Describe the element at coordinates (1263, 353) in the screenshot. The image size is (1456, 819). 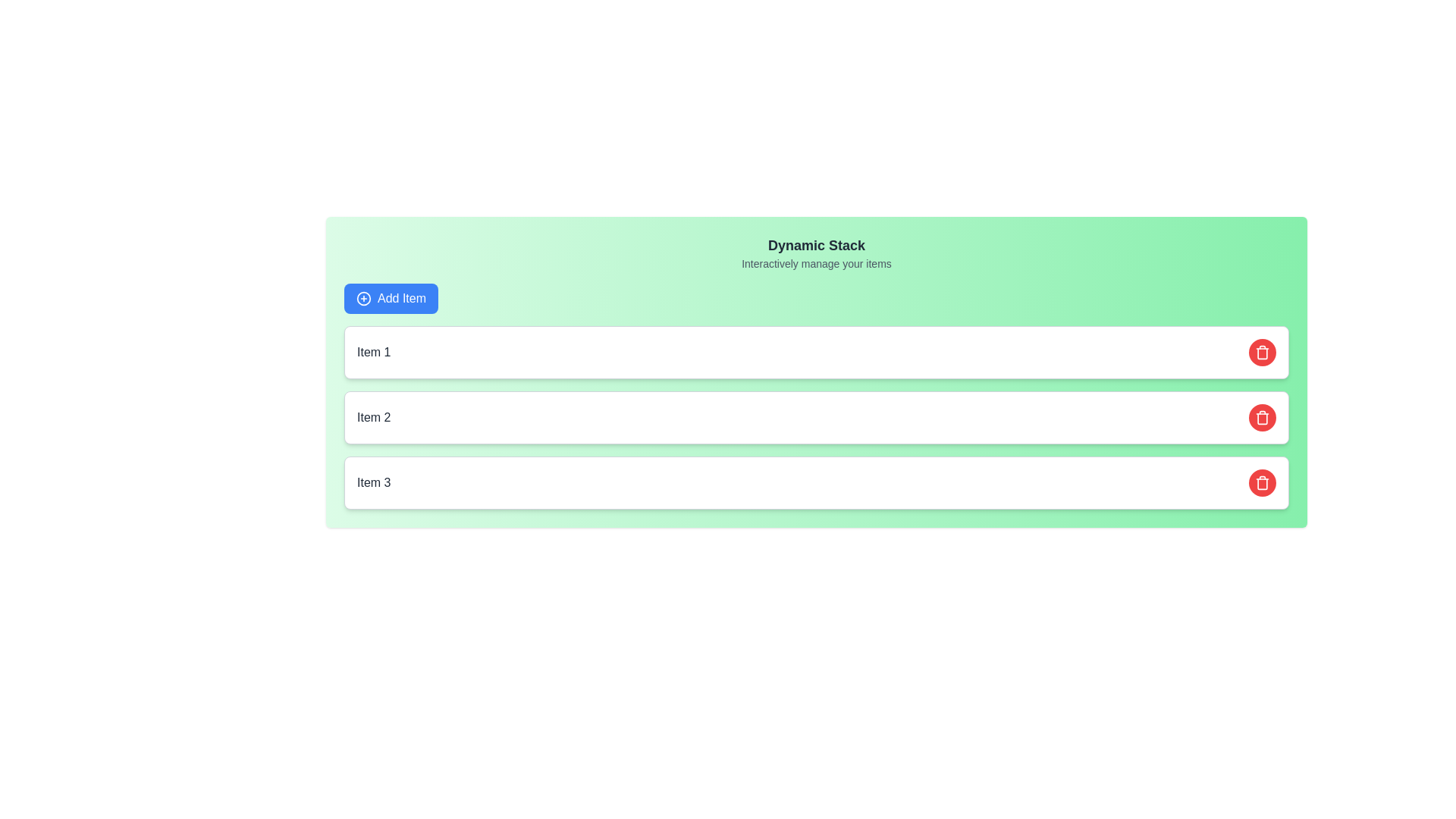
I see `the trash icon button located at the extreme right of the second item in the list` at that location.